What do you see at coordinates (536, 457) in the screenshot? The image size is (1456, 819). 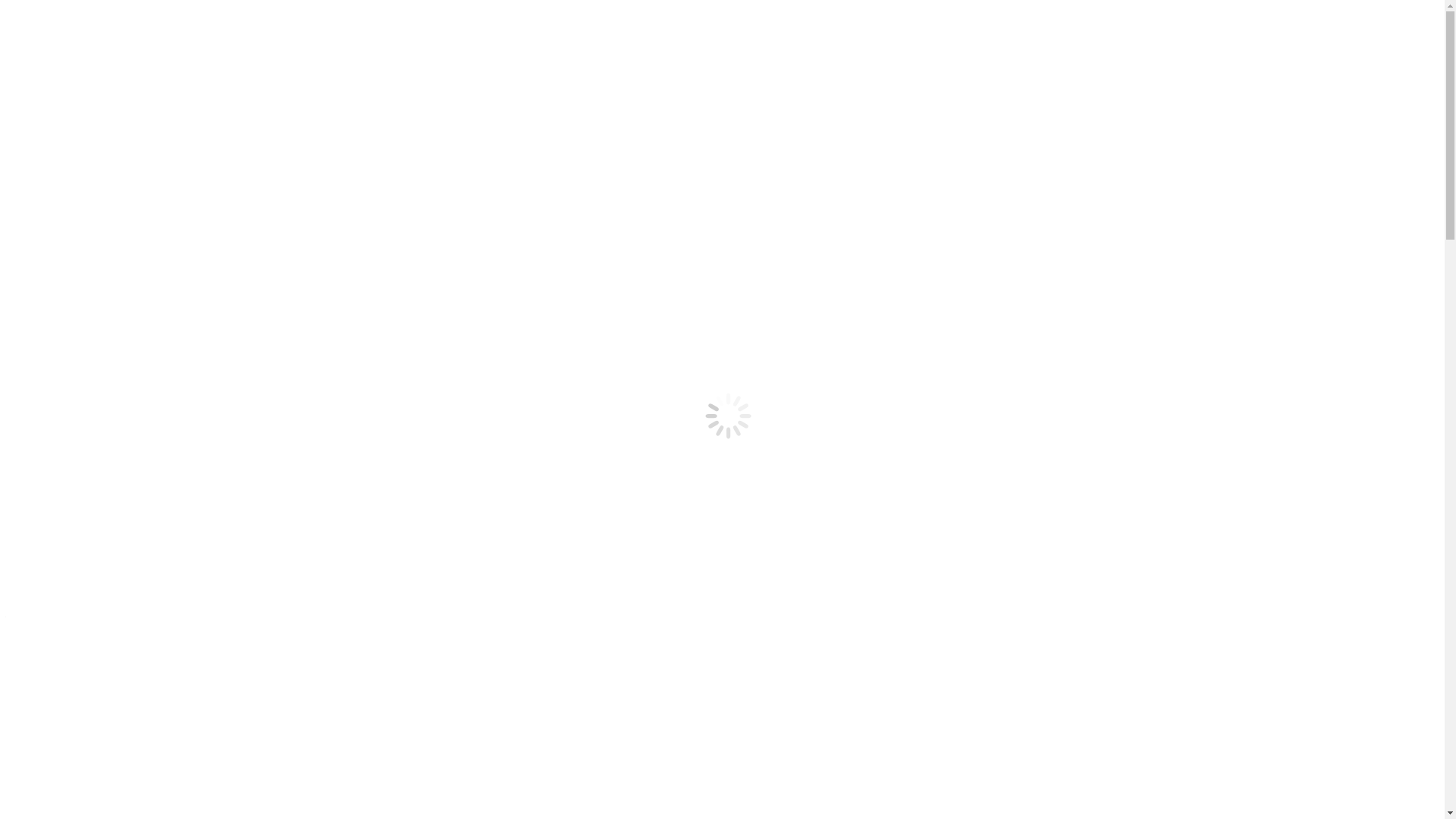 I see `'Untitled-21231.jpg'` at bounding box center [536, 457].